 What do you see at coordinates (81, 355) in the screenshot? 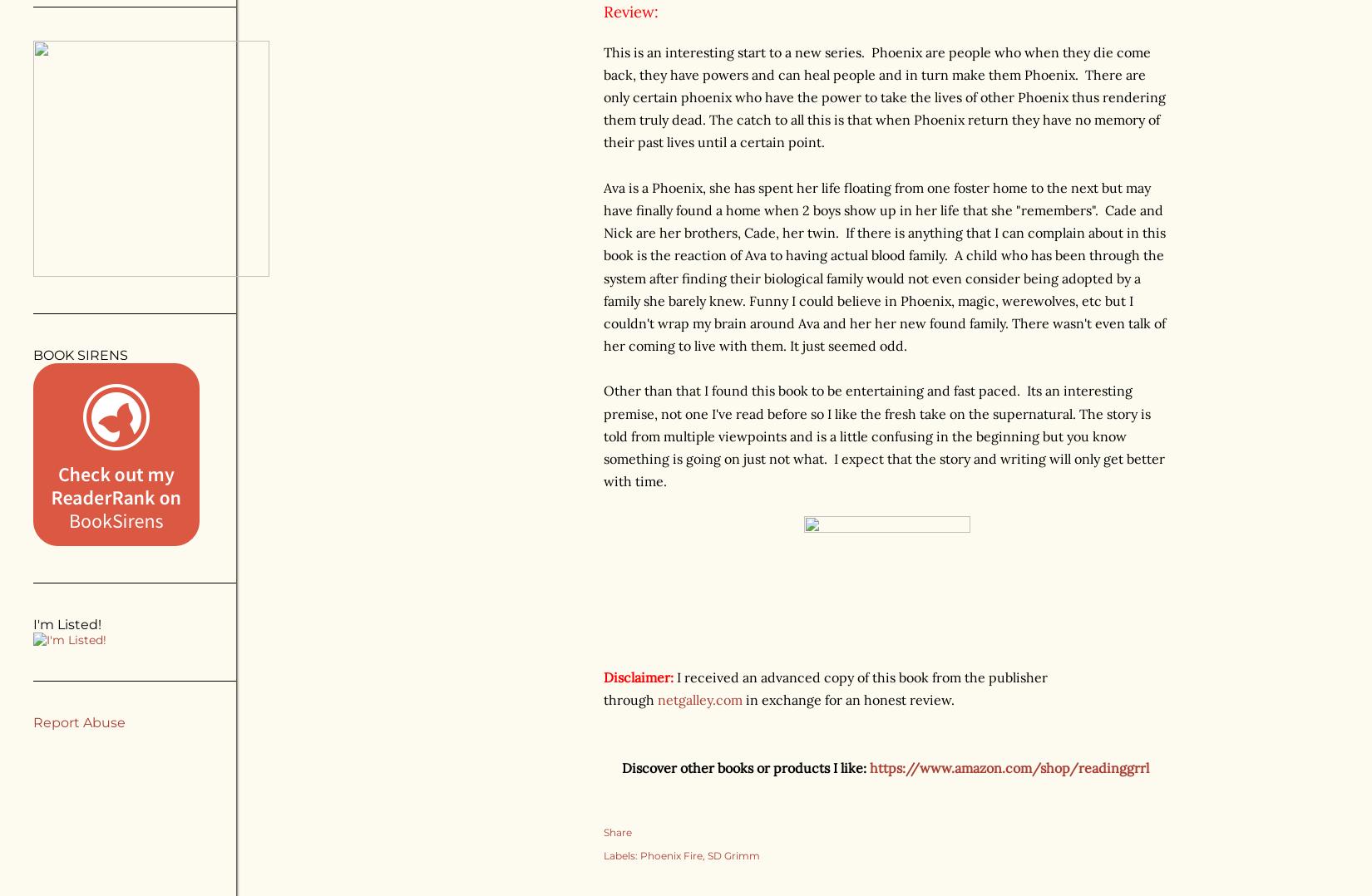
I see `'BOOK SIRENS'` at bounding box center [81, 355].